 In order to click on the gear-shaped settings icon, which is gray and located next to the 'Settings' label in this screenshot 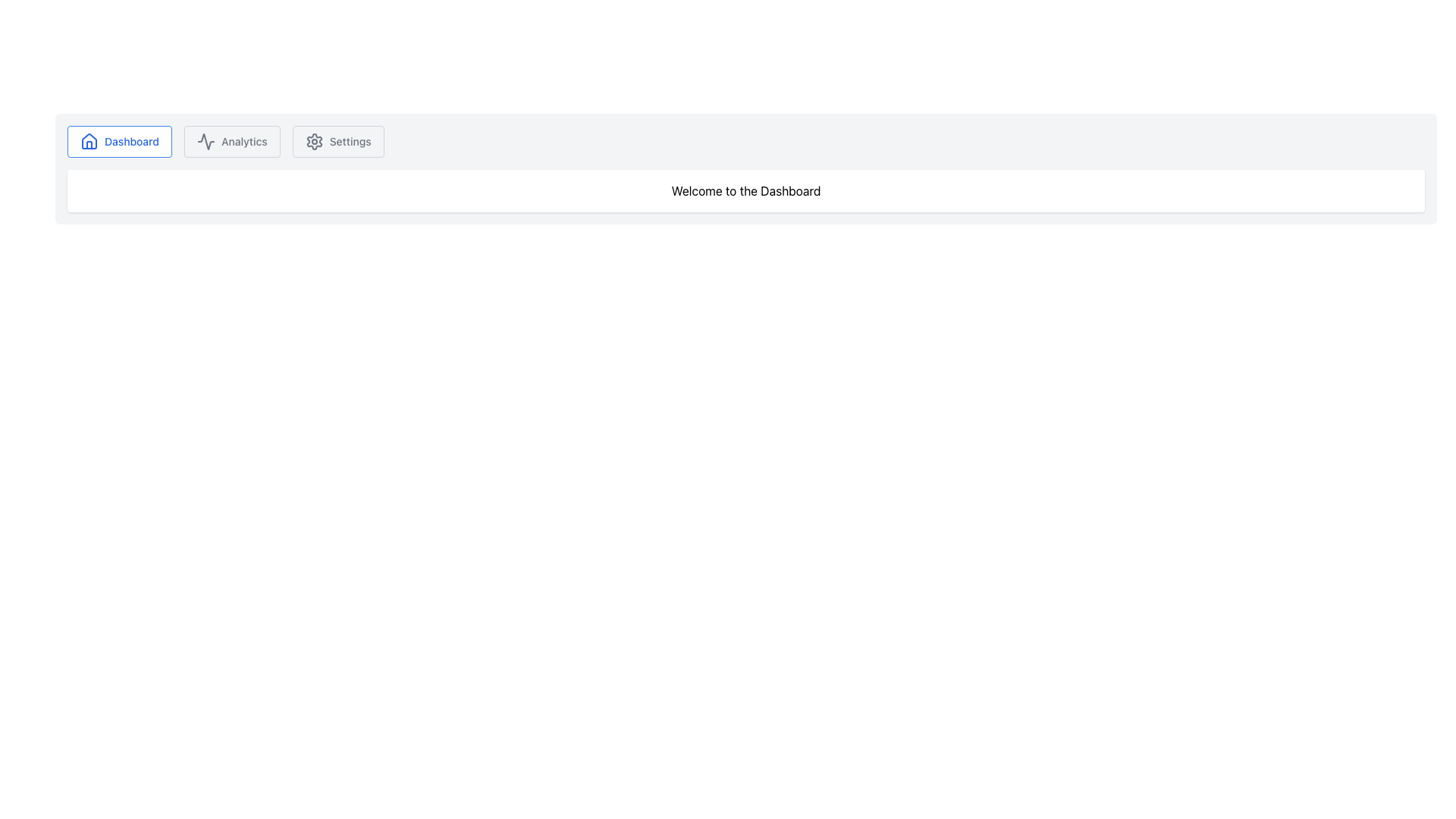, I will do `click(313, 141)`.